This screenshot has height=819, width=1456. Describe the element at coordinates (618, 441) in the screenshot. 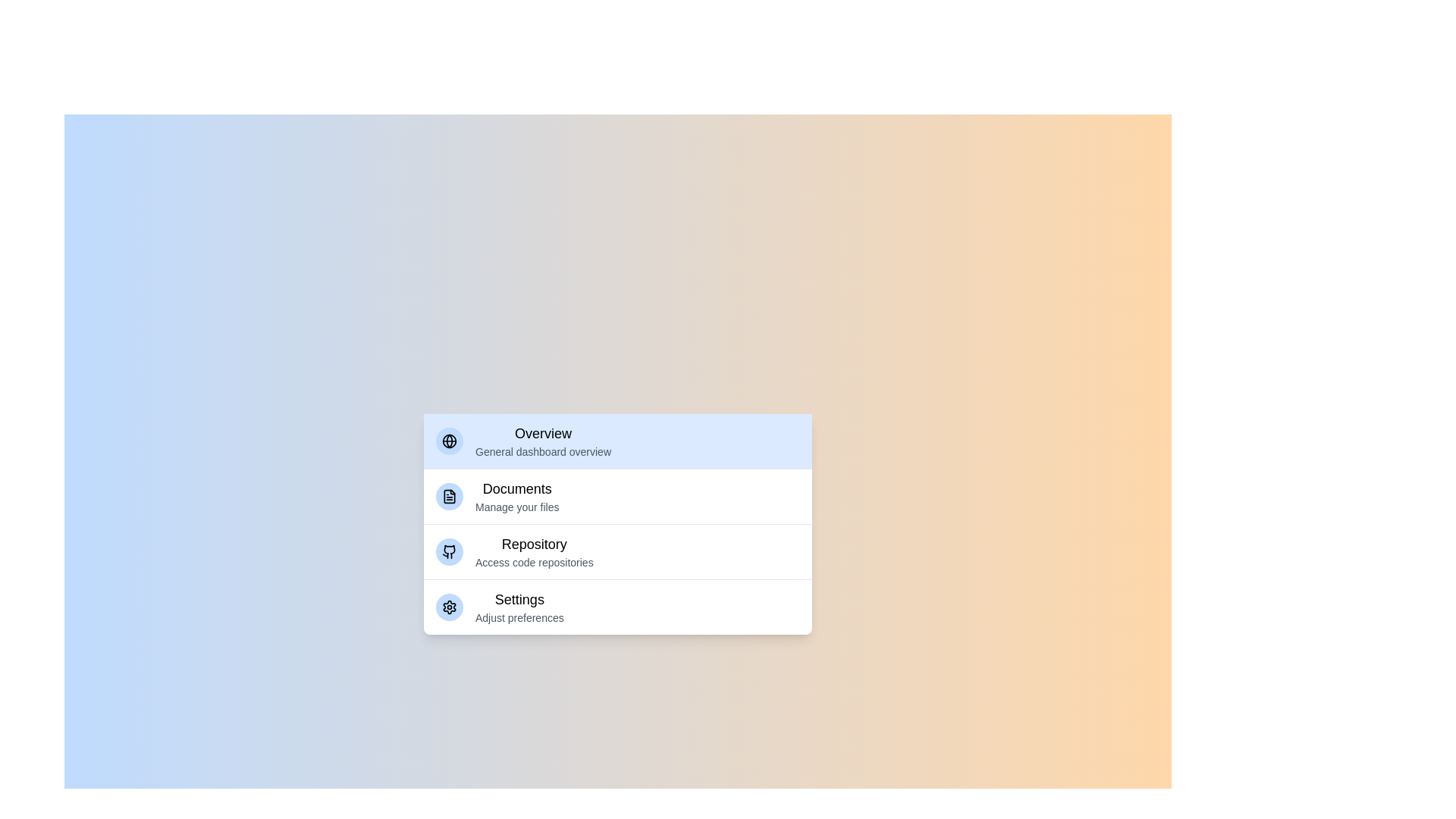

I see `the category Overview from the menu` at that location.